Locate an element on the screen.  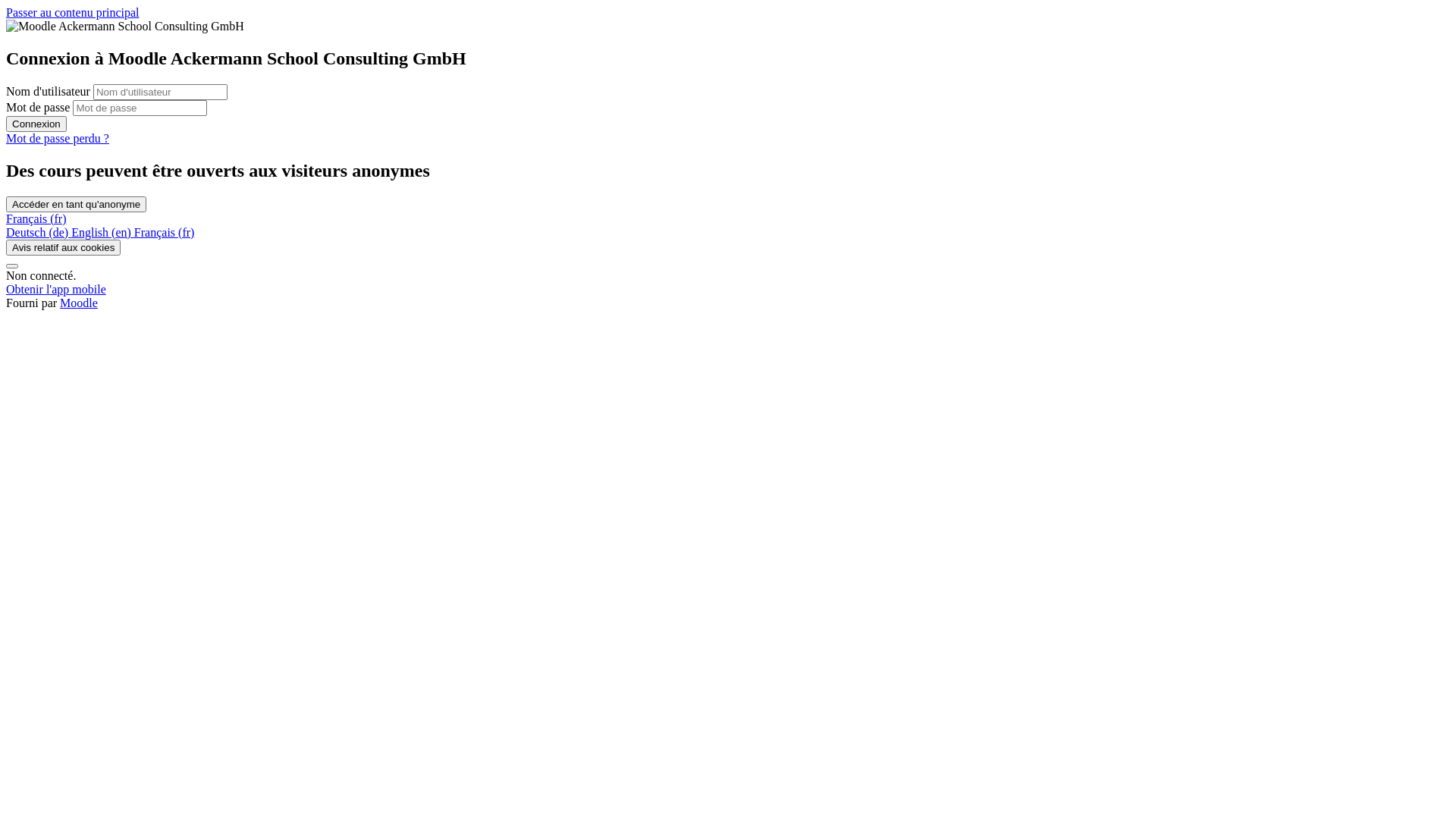
'Moodle' is located at coordinates (78, 303).